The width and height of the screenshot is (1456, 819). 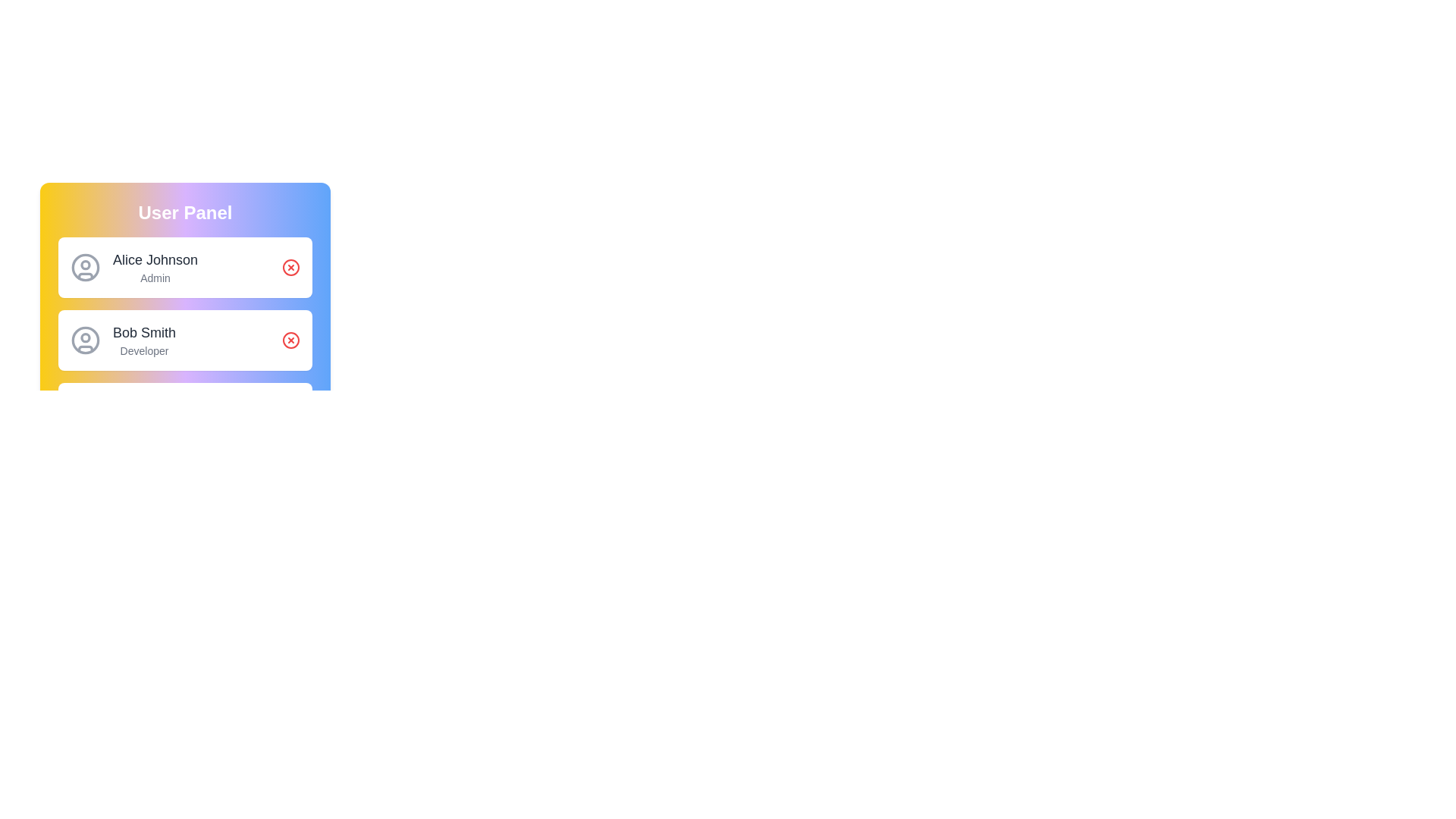 I want to click on the circular gray user profile icon located at the top-left corner of the user card associated with 'Alice Johnson', who has the role 'Admin', so click(x=85, y=267).